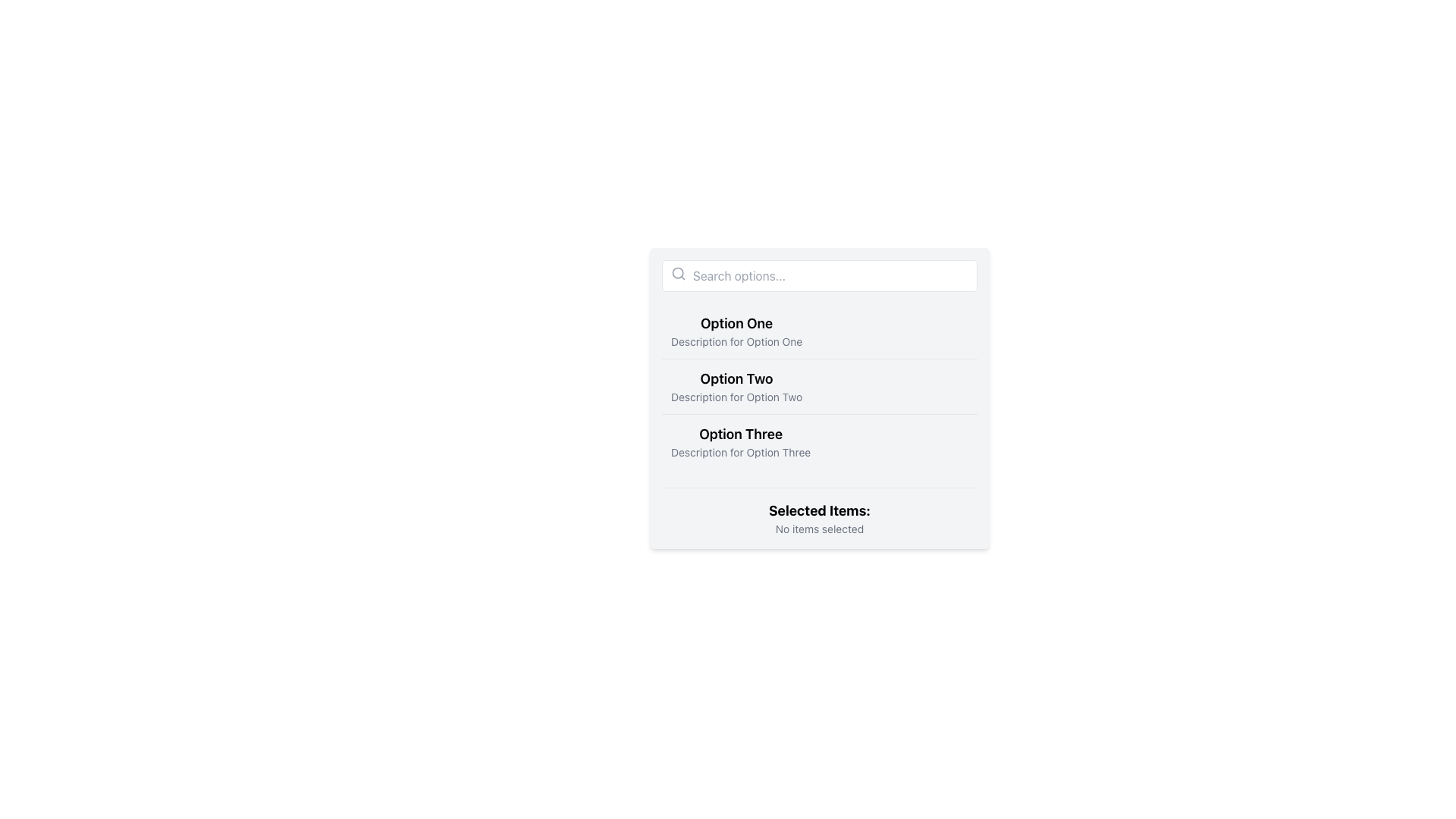 This screenshot has height=819, width=1456. I want to click on the list of options, so click(818, 397).